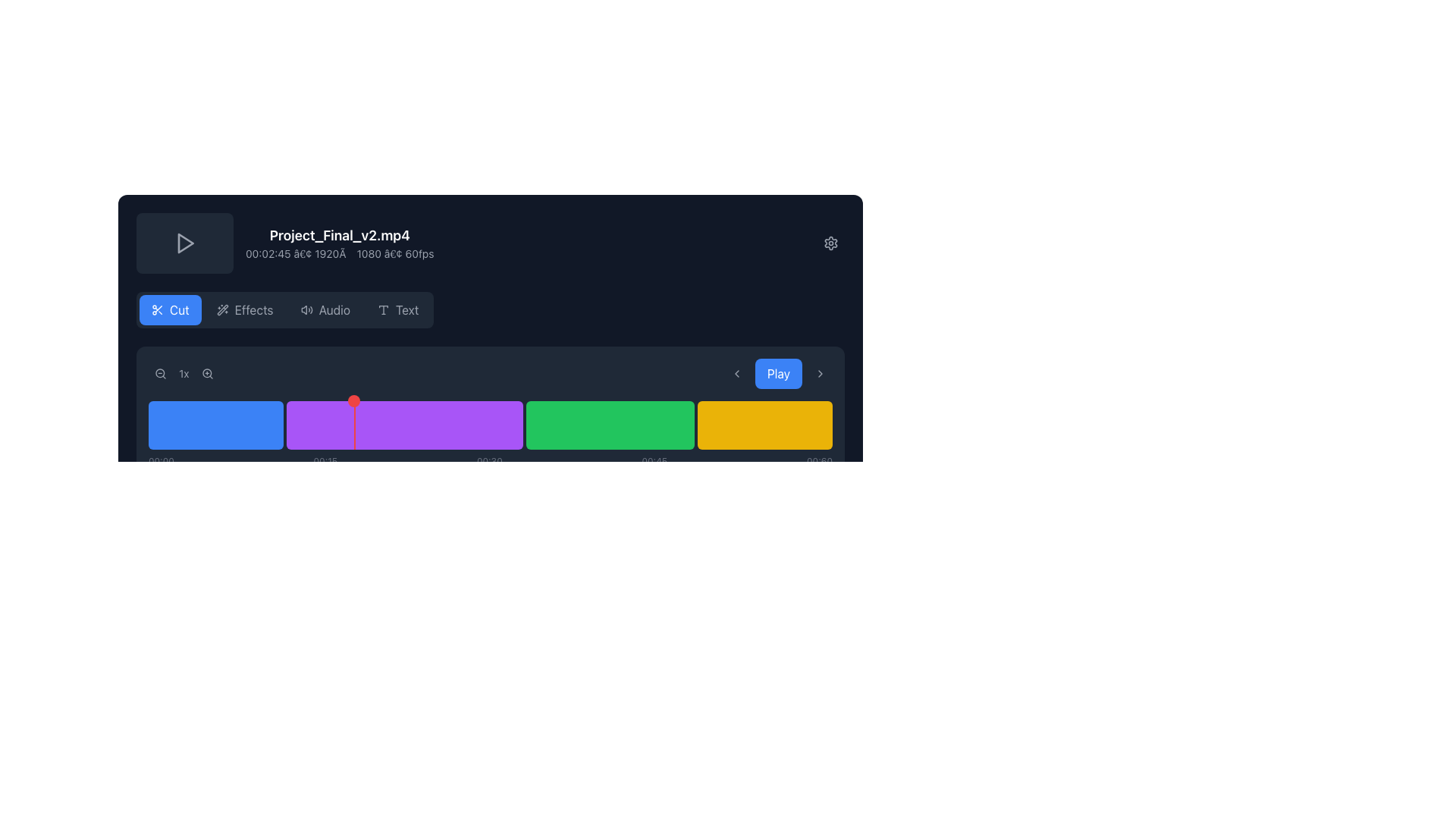 The width and height of the screenshot is (1456, 819). Describe the element at coordinates (221, 309) in the screenshot. I see `the wand-like icon with sparkles in the top-right section of the interface` at that location.